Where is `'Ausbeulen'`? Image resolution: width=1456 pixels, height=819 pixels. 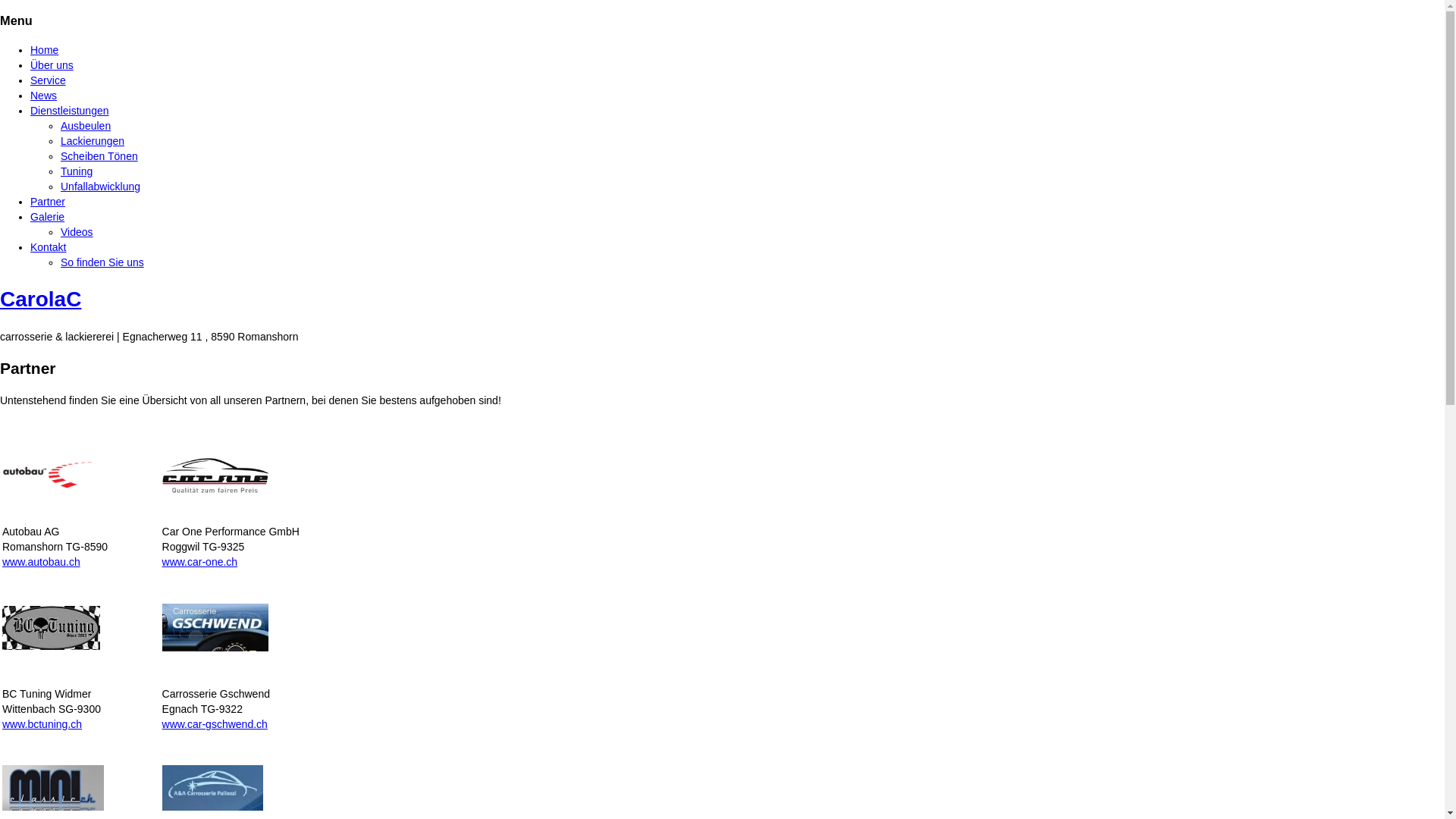 'Ausbeulen' is located at coordinates (85, 124).